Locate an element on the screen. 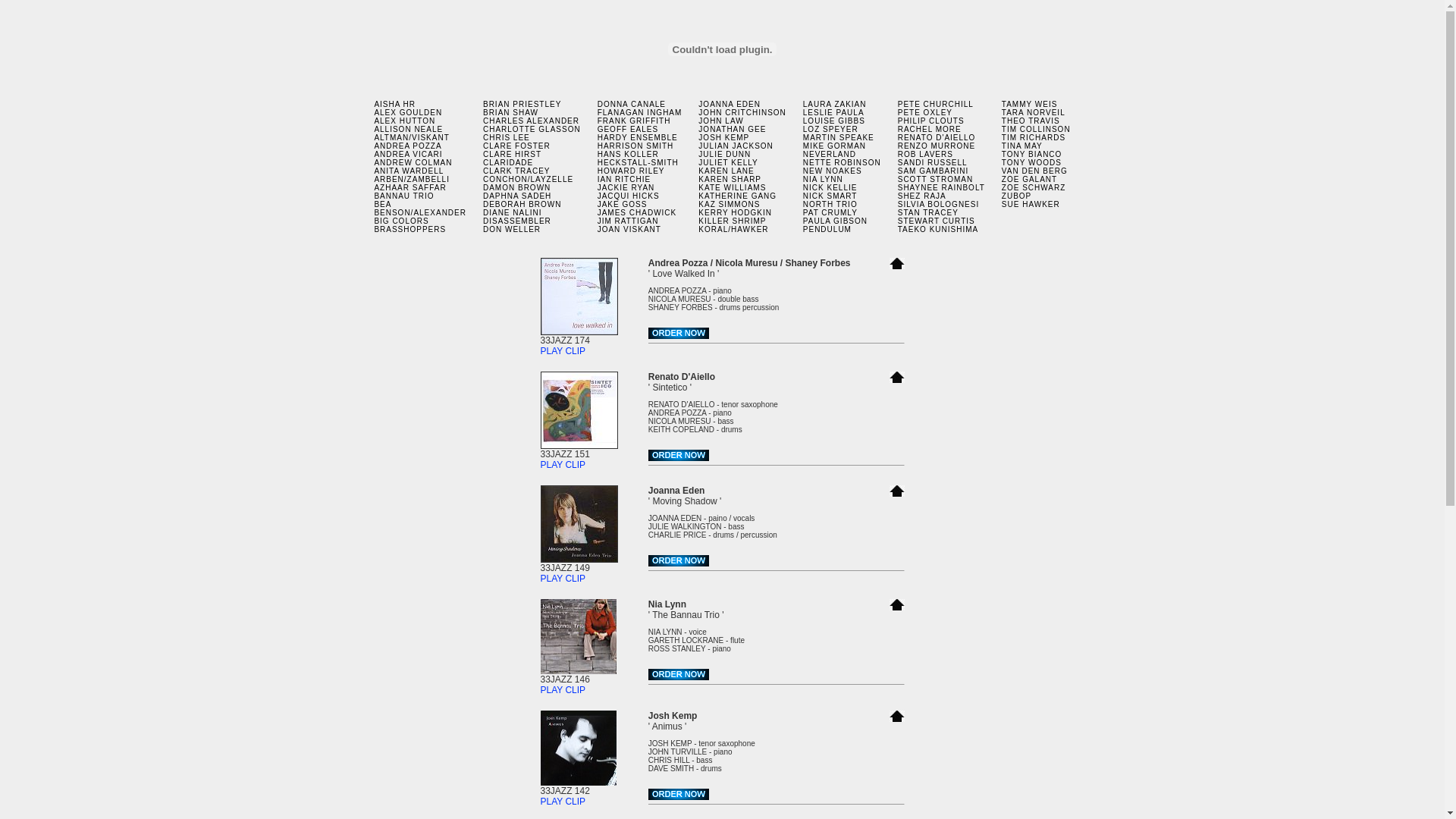  'SANDI RUSSELL' is located at coordinates (931, 162).